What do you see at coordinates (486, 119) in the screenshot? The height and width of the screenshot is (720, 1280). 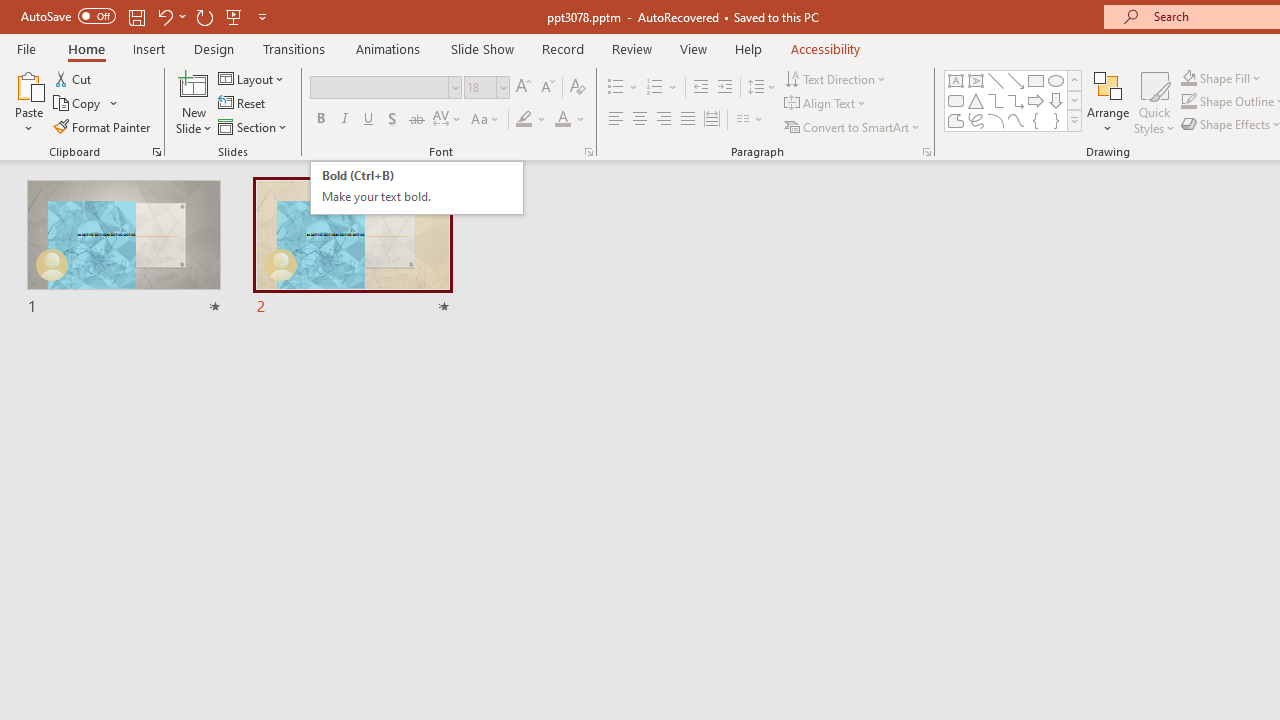 I see `'Change Case'` at bounding box center [486, 119].